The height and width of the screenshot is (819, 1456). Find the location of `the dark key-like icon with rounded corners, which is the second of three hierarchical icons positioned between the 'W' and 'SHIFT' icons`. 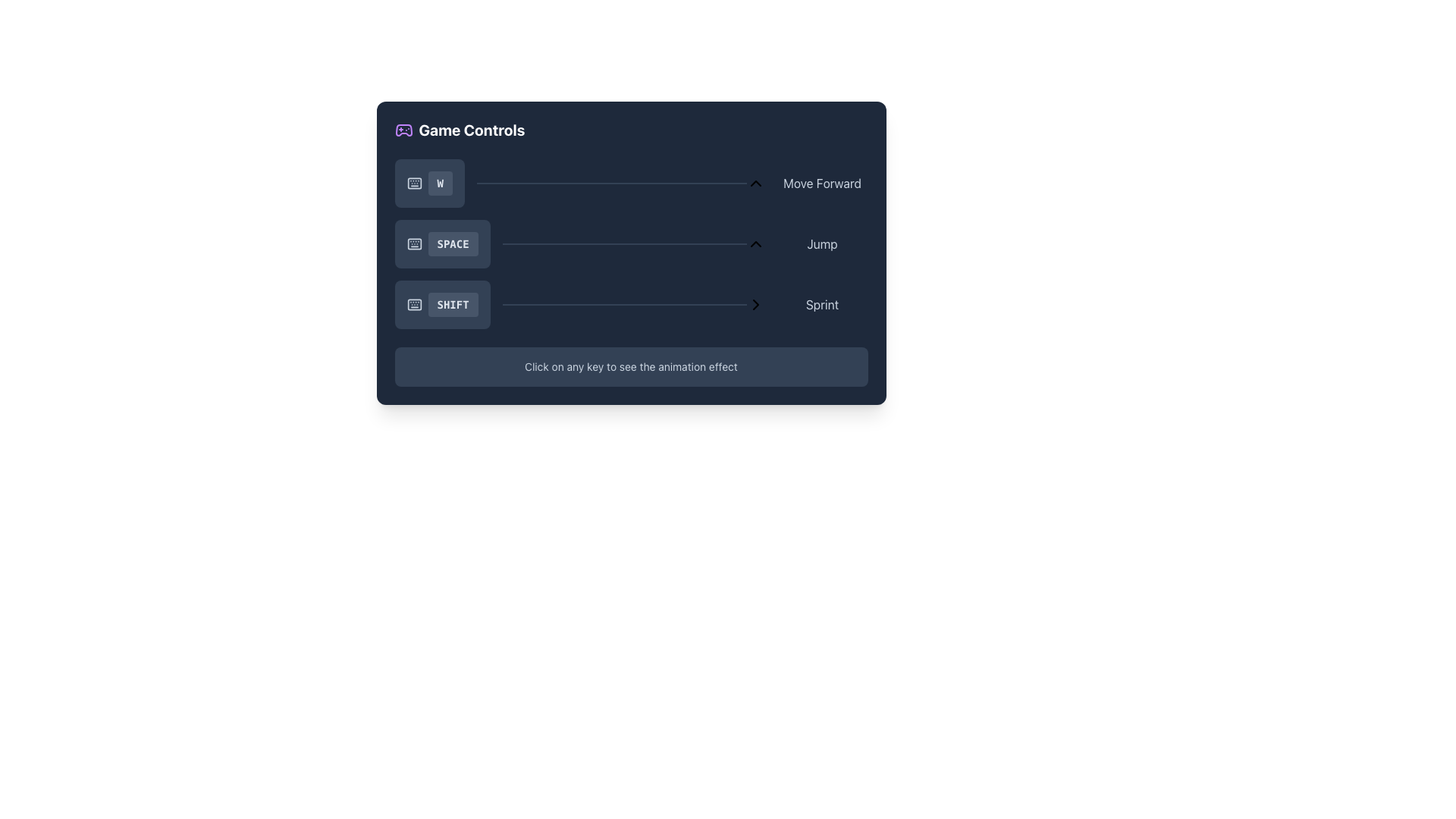

the dark key-like icon with rounded corners, which is the second of three hierarchical icons positioned between the 'W' and 'SHIFT' icons is located at coordinates (414, 243).